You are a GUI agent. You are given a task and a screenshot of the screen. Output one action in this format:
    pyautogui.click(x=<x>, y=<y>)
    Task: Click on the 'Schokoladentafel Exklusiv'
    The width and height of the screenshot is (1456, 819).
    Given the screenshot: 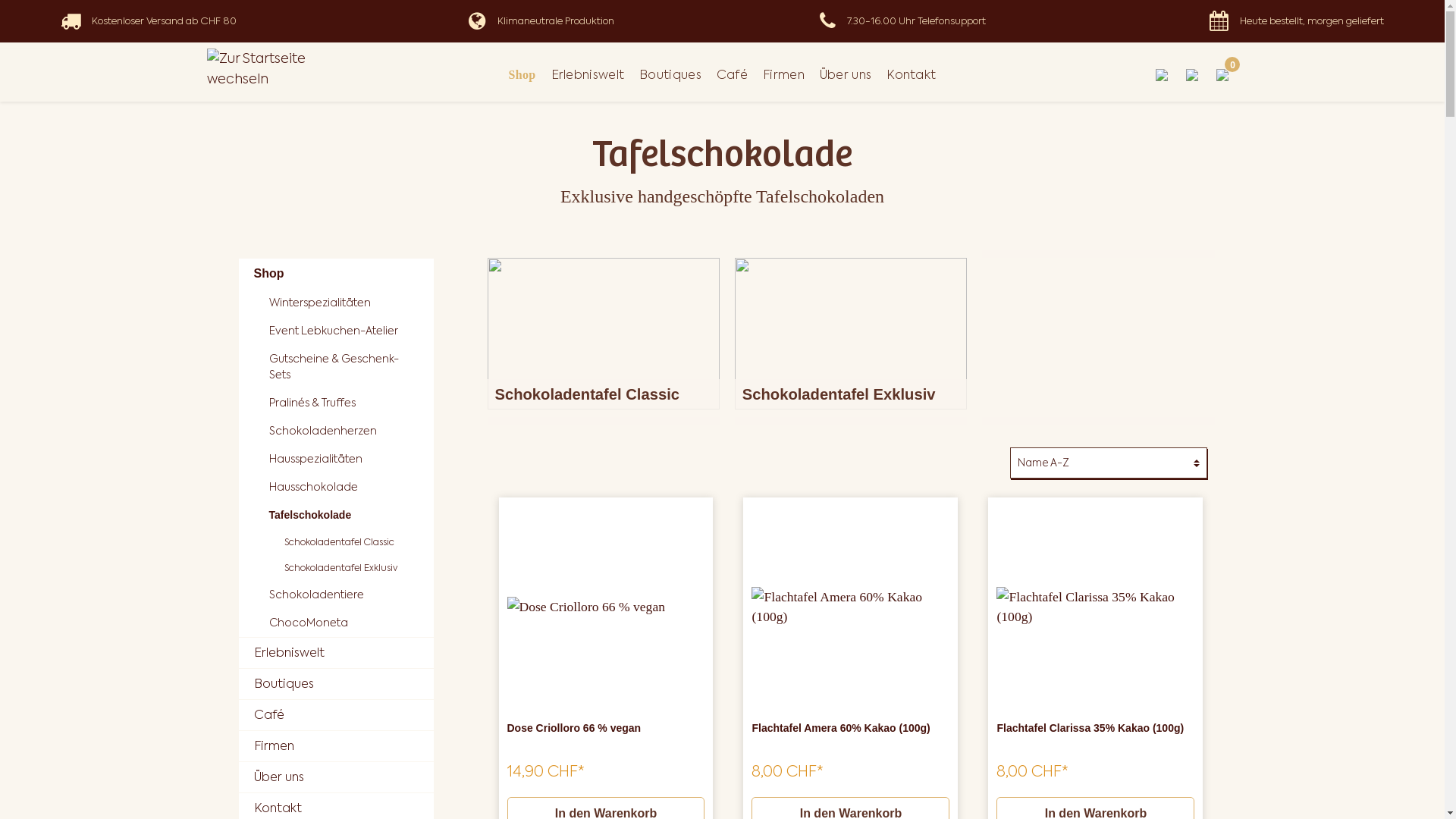 What is the action you would take?
    pyautogui.click(x=851, y=332)
    